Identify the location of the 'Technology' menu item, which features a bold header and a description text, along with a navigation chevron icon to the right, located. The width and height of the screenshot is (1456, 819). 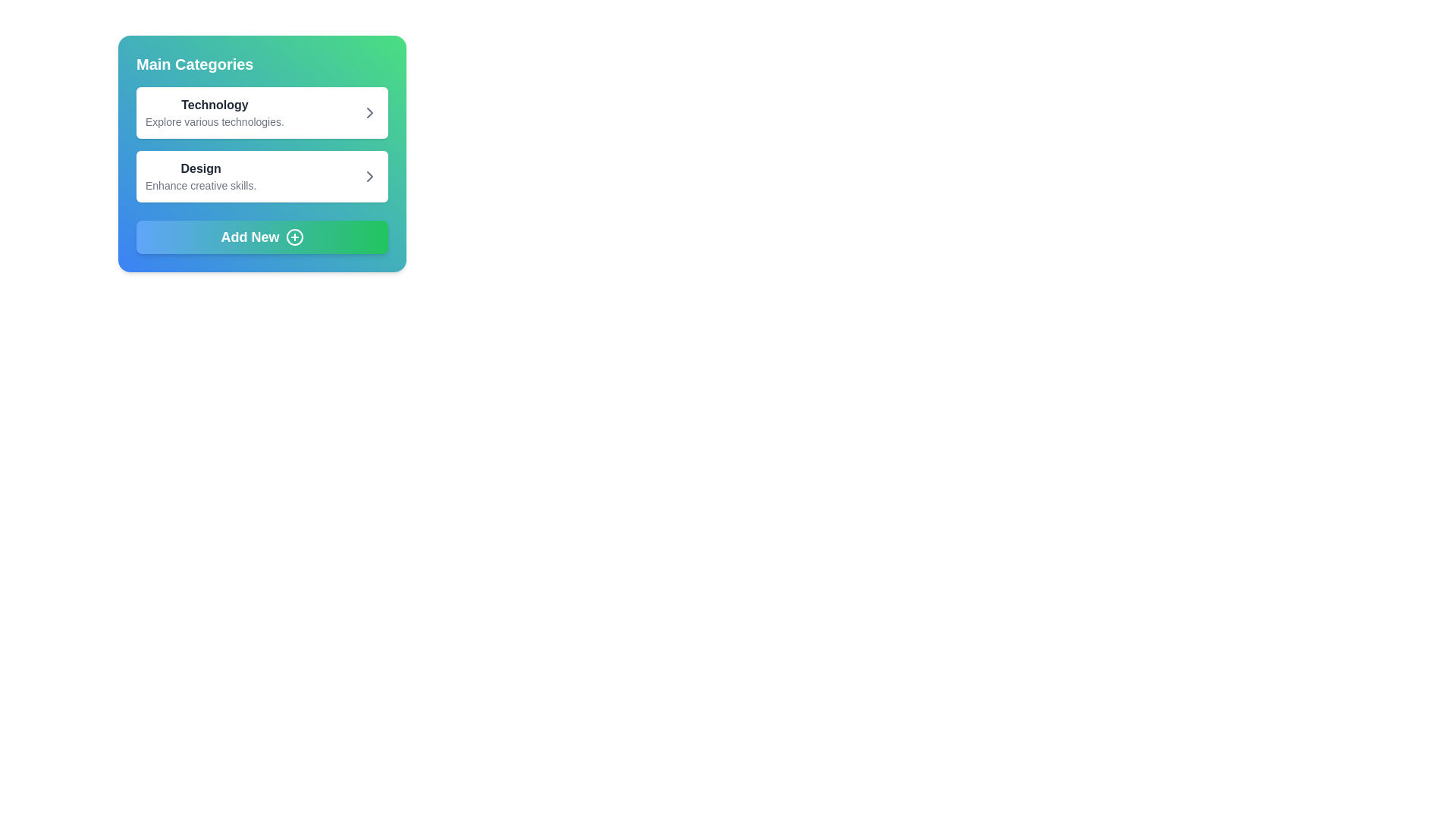
(262, 112).